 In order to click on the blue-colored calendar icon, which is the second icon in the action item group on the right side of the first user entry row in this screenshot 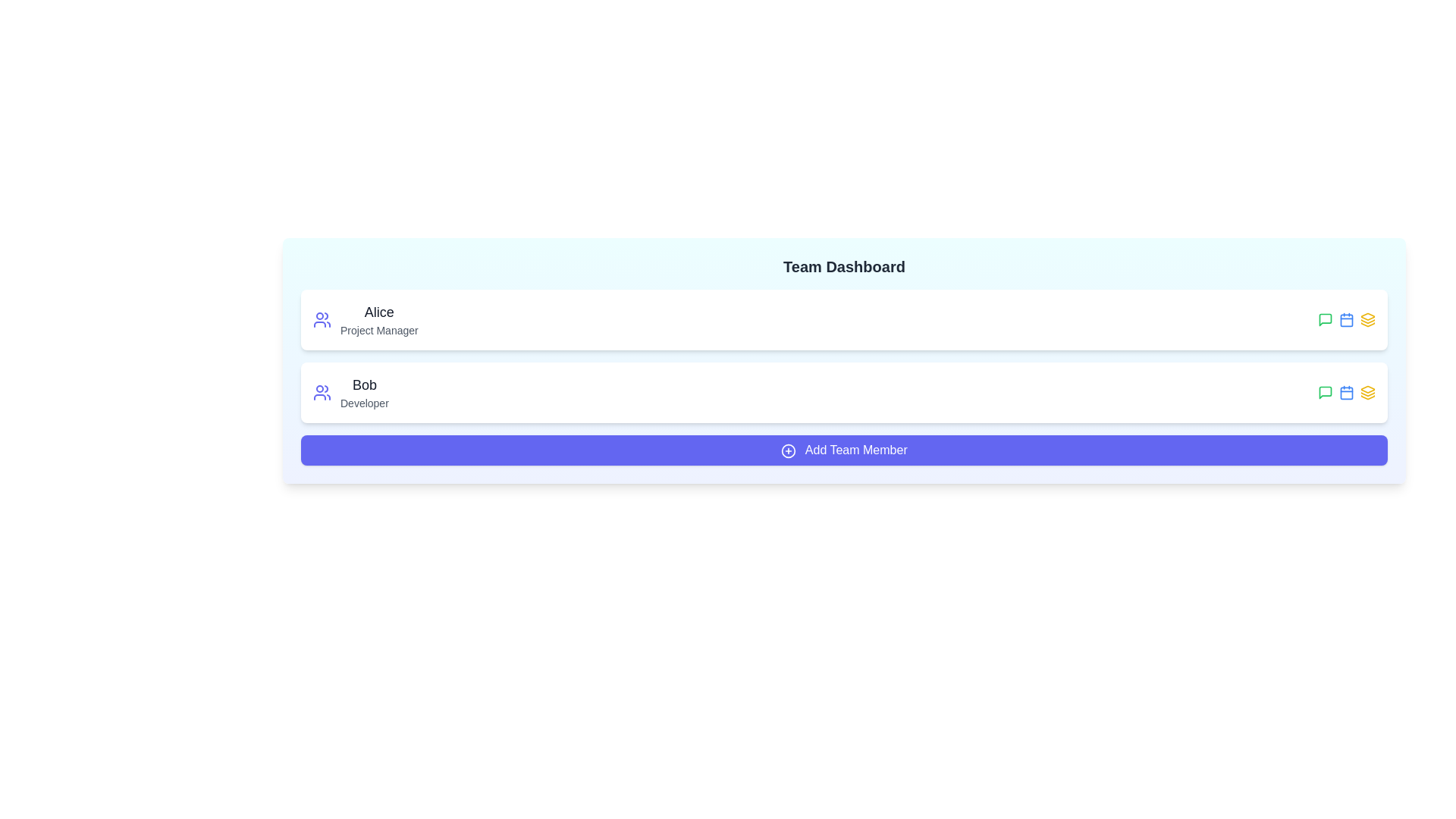, I will do `click(1347, 318)`.